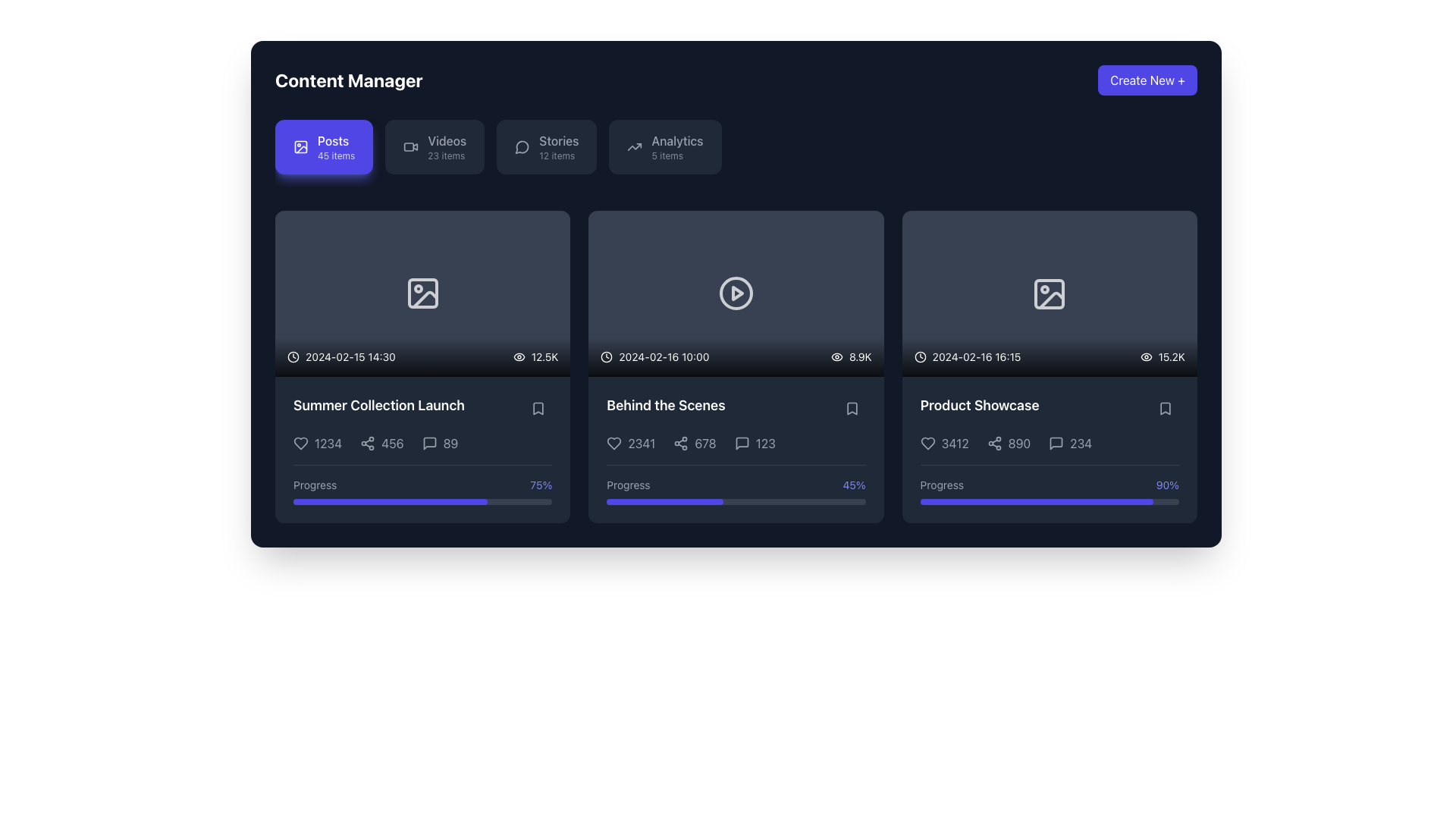 The image size is (1456, 819). I want to click on the clock icon located to the left of the text '2024-02-16 10:00' in the 'Behind the Scenes' panel, so click(607, 356).